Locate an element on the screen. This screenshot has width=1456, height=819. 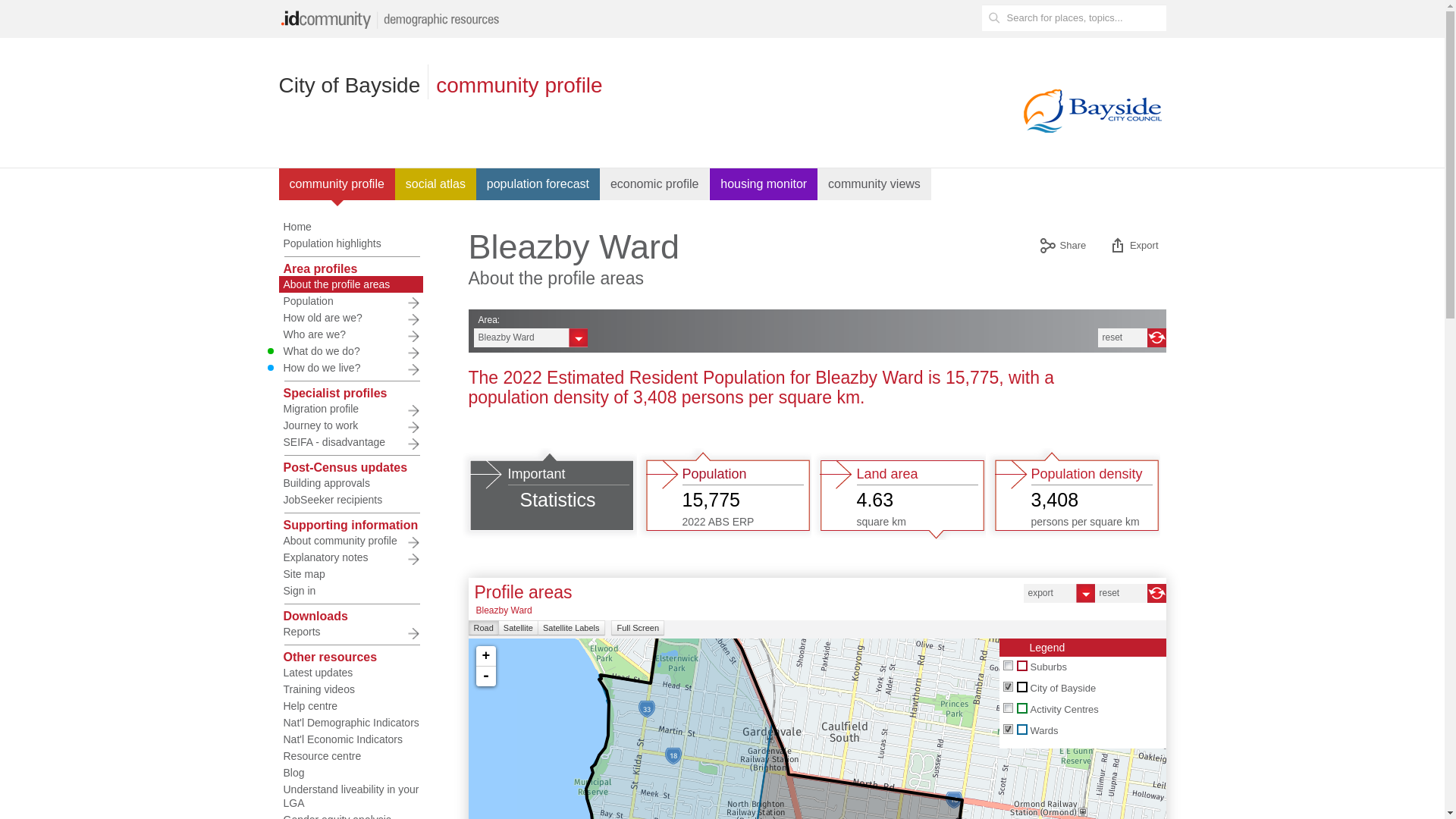
'Full Screen' is located at coordinates (611, 628).